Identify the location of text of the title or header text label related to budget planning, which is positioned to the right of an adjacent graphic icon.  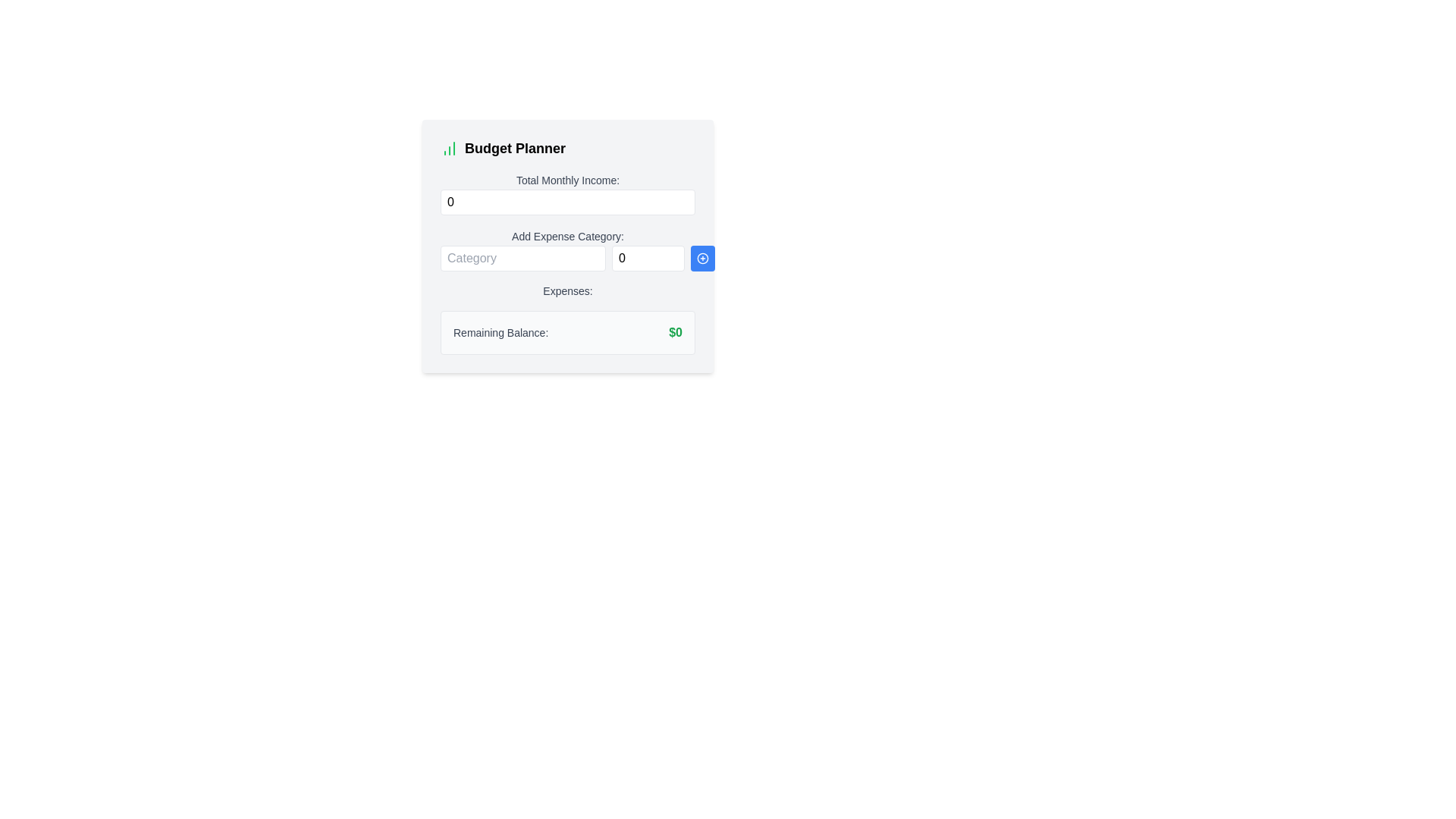
(515, 149).